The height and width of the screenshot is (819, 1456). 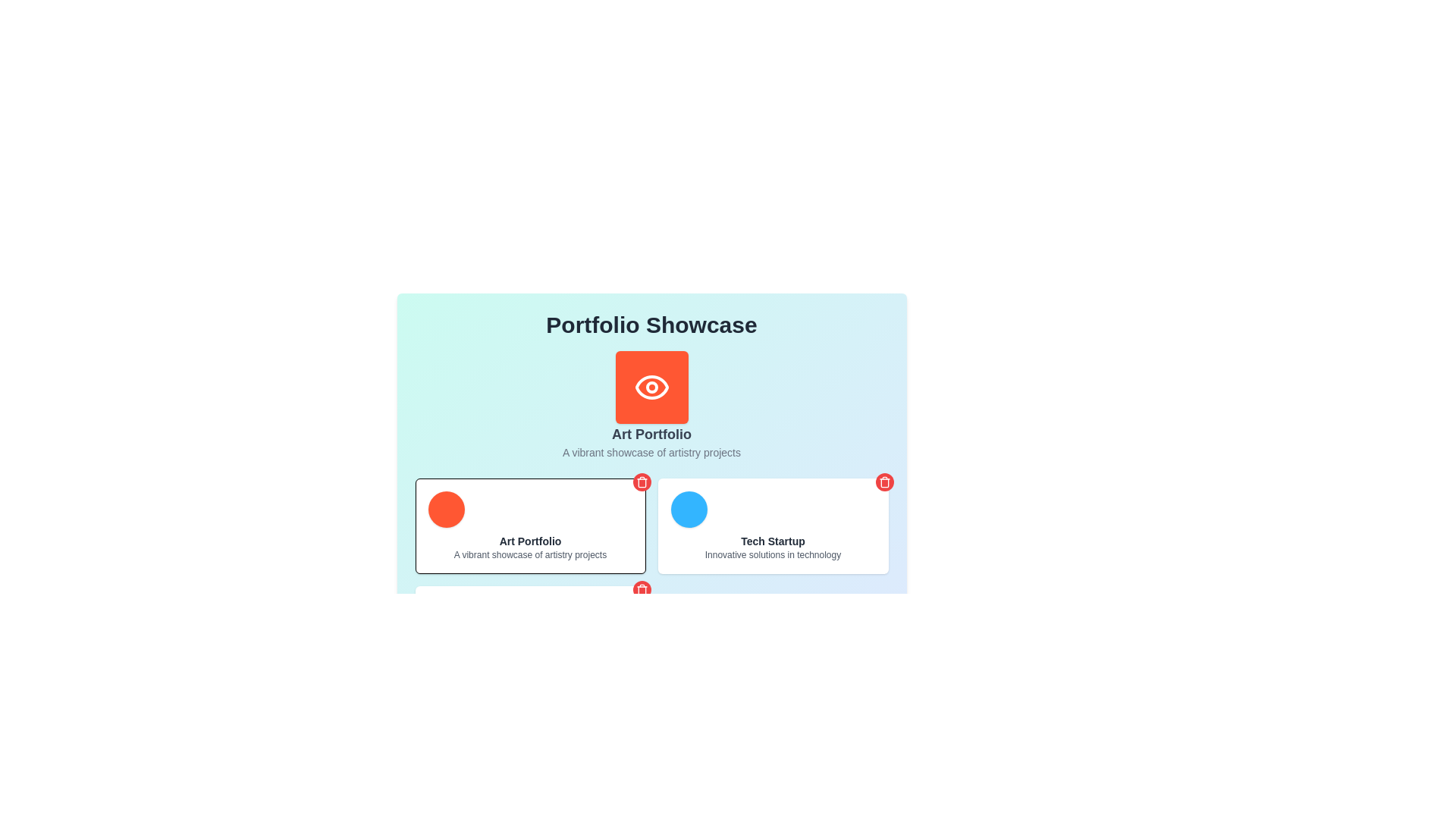 I want to click on the trash bin icon in the top-right corner of the 'Art Portfolio' card, so click(x=884, y=482).